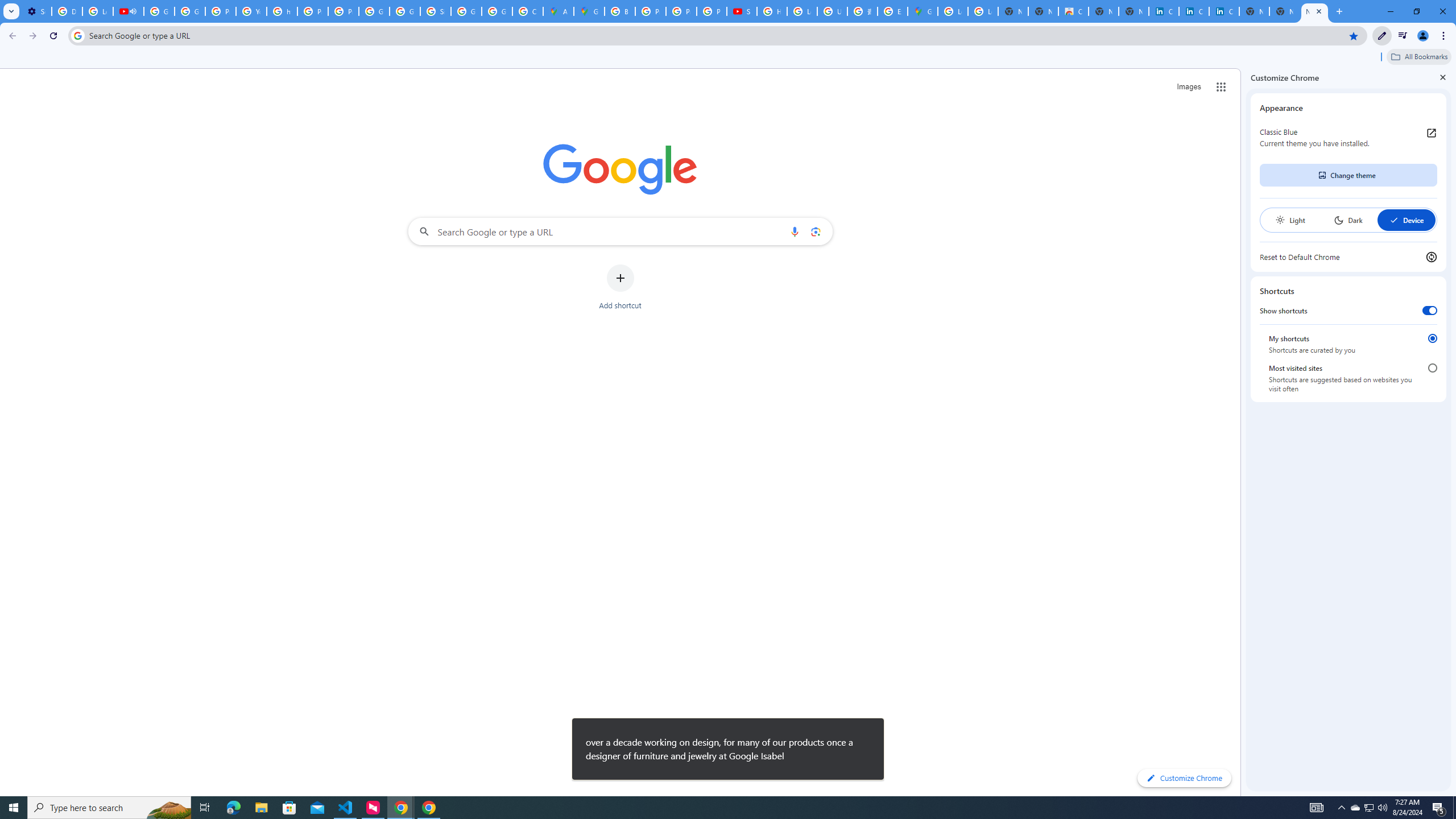  What do you see at coordinates (589, 11) in the screenshot?
I see `'Google Maps'` at bounding box center [589, 11].